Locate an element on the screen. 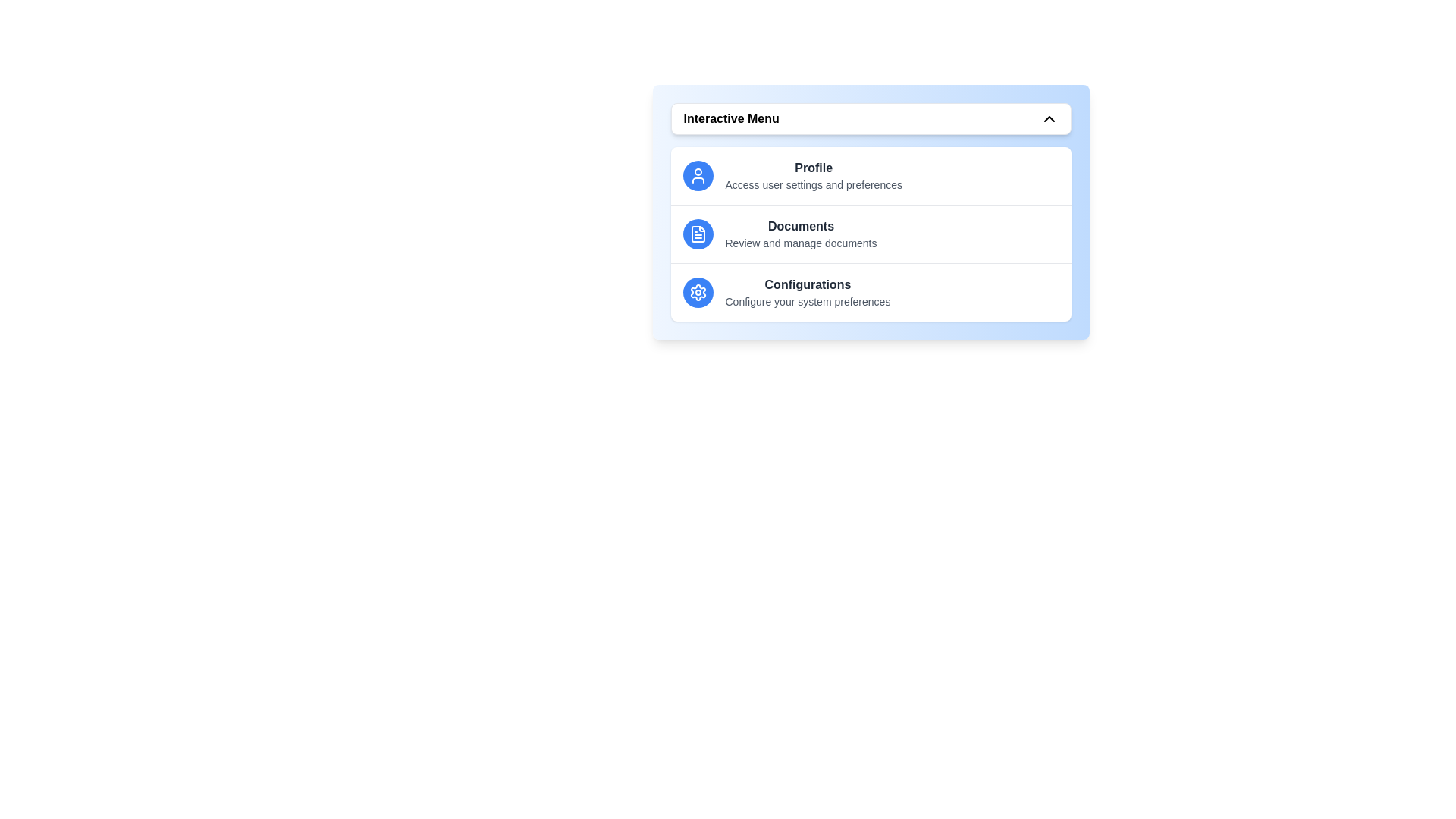 This screenshot has width=1456, height=819. the icon corresponding to Documents in the menu is located at coordinates (697, 234).